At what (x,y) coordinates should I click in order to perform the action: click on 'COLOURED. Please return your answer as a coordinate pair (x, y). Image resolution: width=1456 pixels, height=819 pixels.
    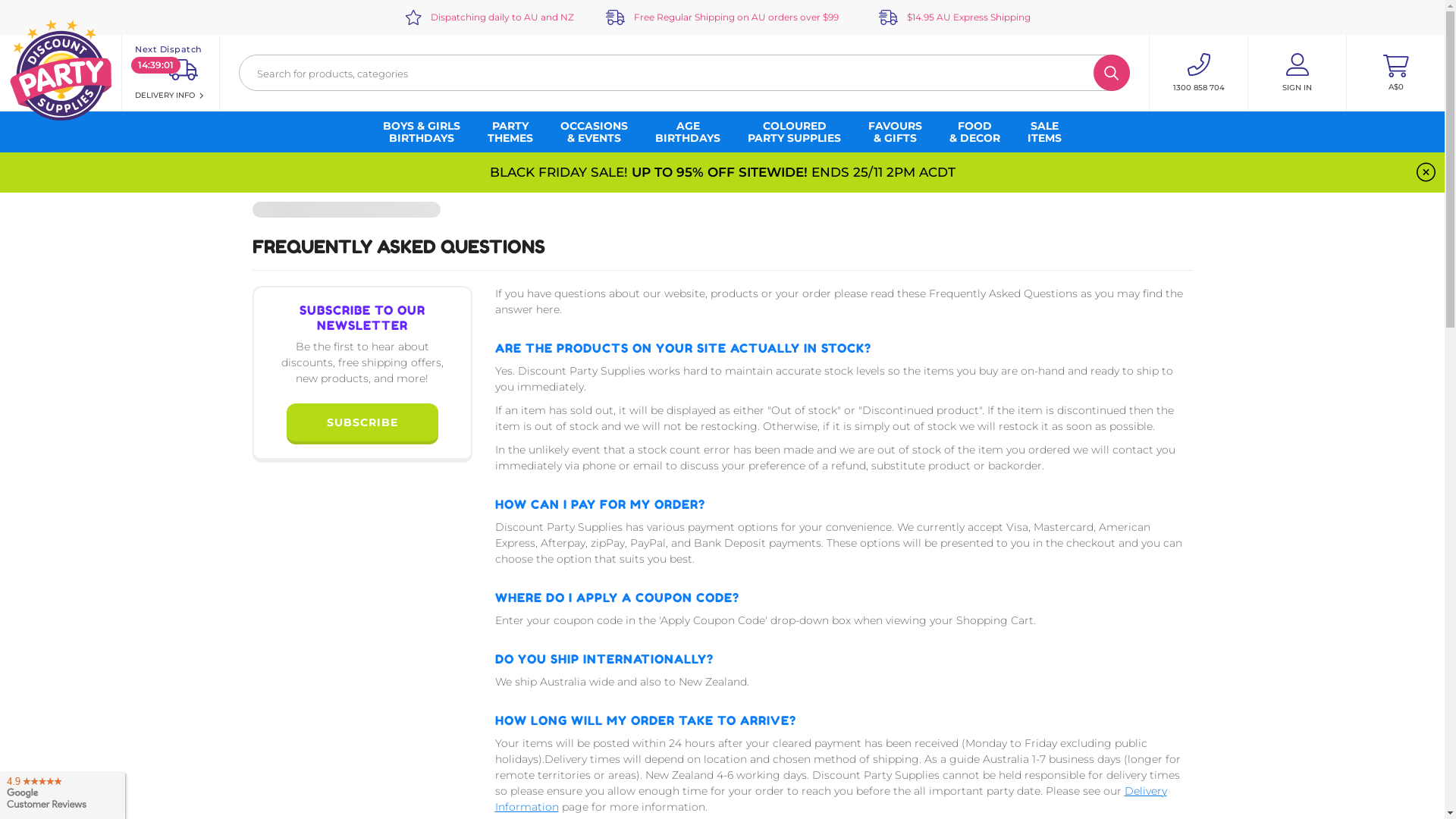
    Looking at the image, I should click on (793, 130).